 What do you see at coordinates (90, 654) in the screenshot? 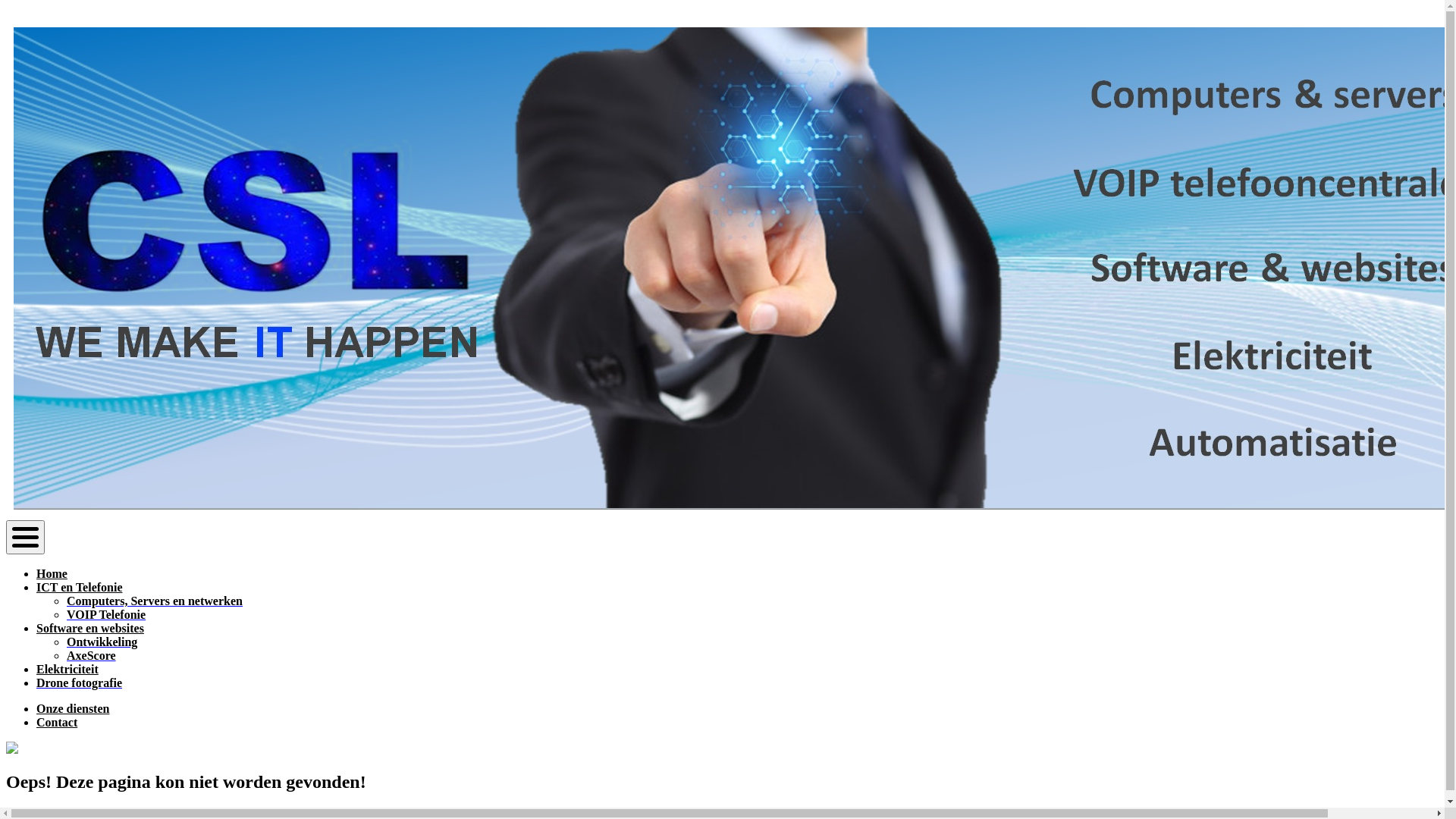
I see `'AxeScore'` at bounding box center [90, 654].